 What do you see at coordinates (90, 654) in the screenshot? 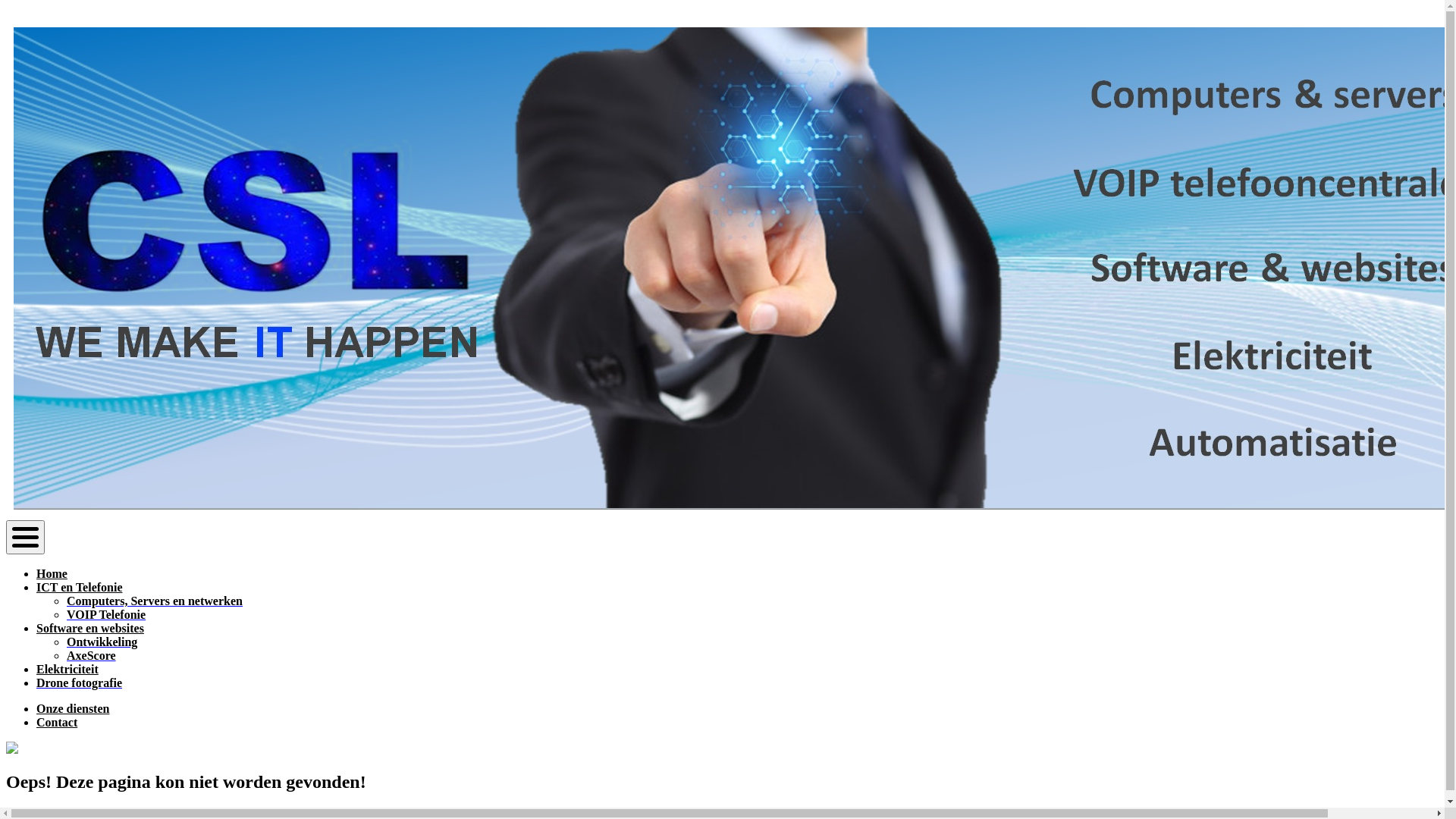
I see `'AxeScore'` at bounding box center [90, 654].